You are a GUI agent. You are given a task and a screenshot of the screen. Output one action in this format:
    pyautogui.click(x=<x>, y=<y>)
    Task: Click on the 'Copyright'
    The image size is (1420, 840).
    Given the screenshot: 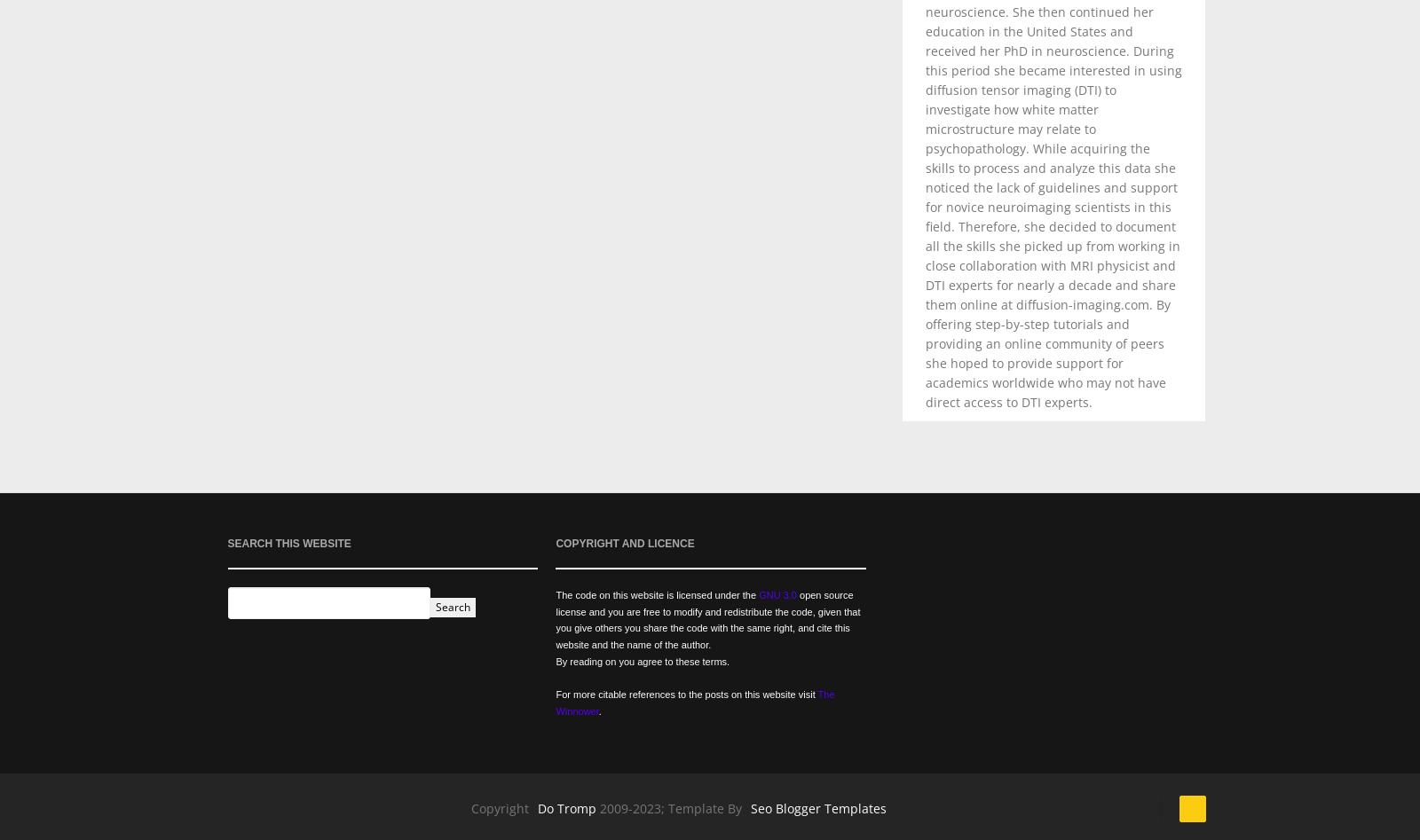 What is the action you would take?
    pyautogui.click(x=498, y=806)
    